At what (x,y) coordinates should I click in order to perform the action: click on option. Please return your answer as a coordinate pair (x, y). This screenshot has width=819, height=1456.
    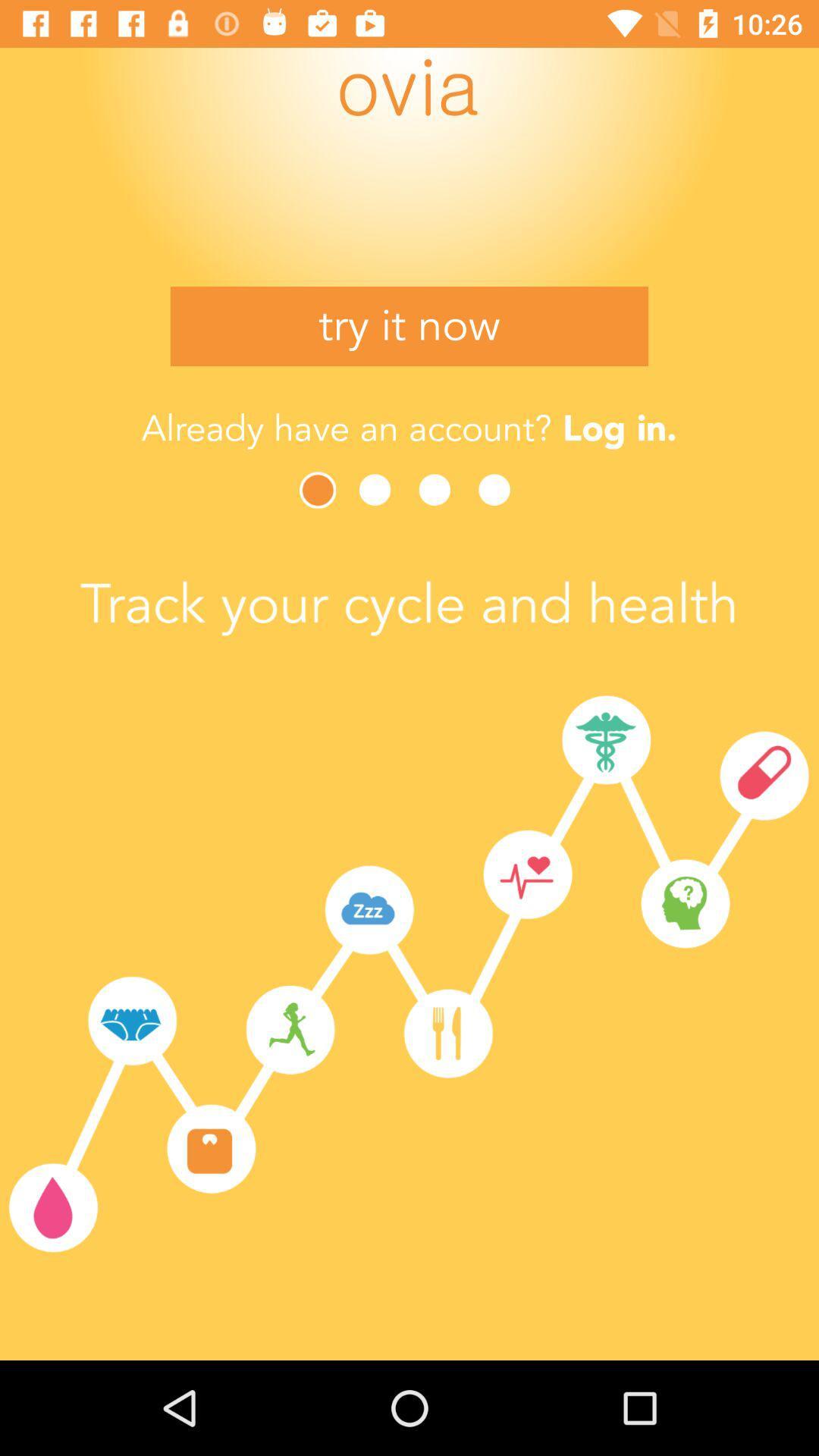
    Looking at the image, I should click on (378, 490).